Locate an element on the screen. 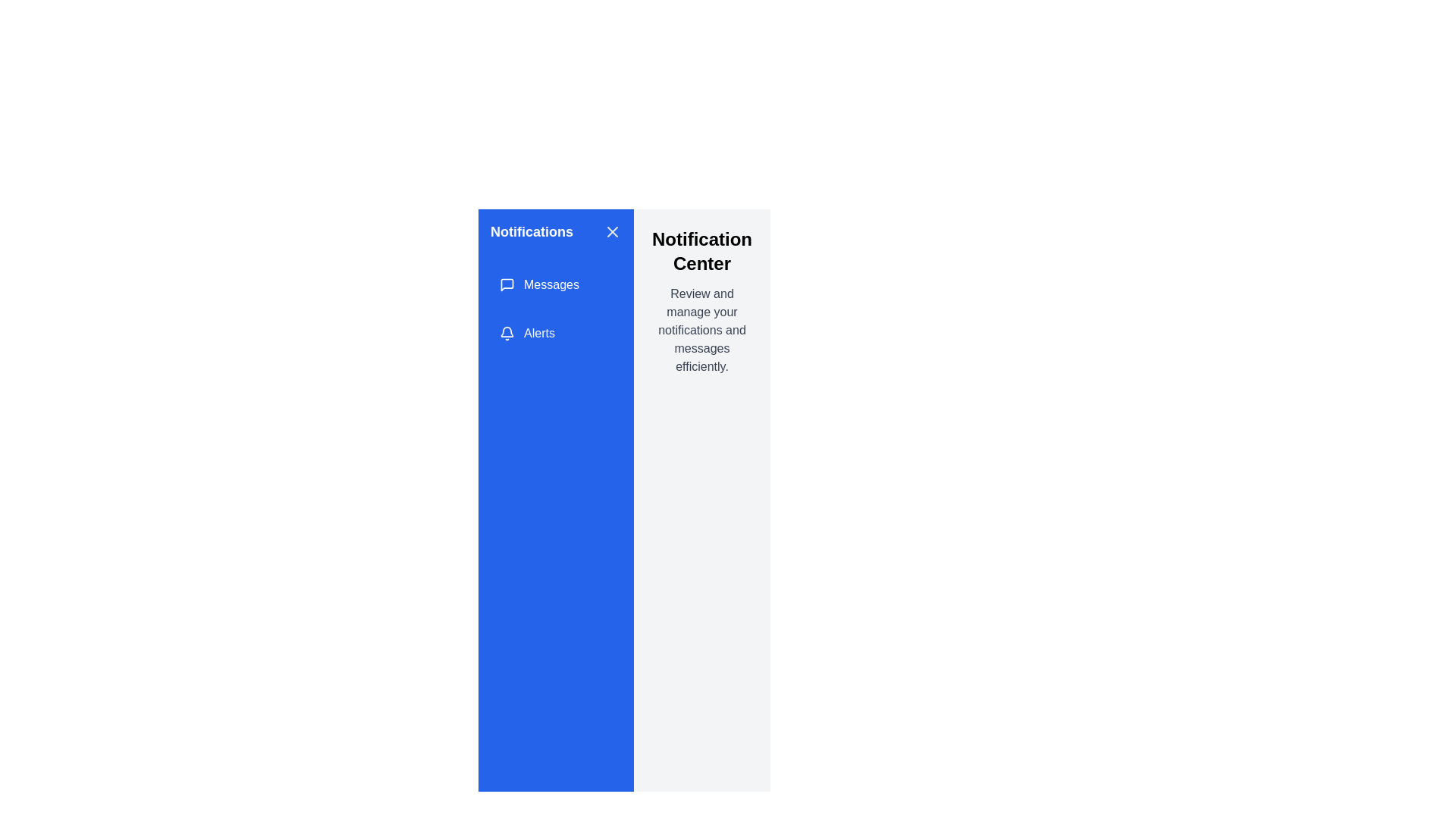 The width and height of the screenshot is (1456, 819). the close button located in the top-right corner of the 'Notifications' header bar is located at coordinates (612, 231).